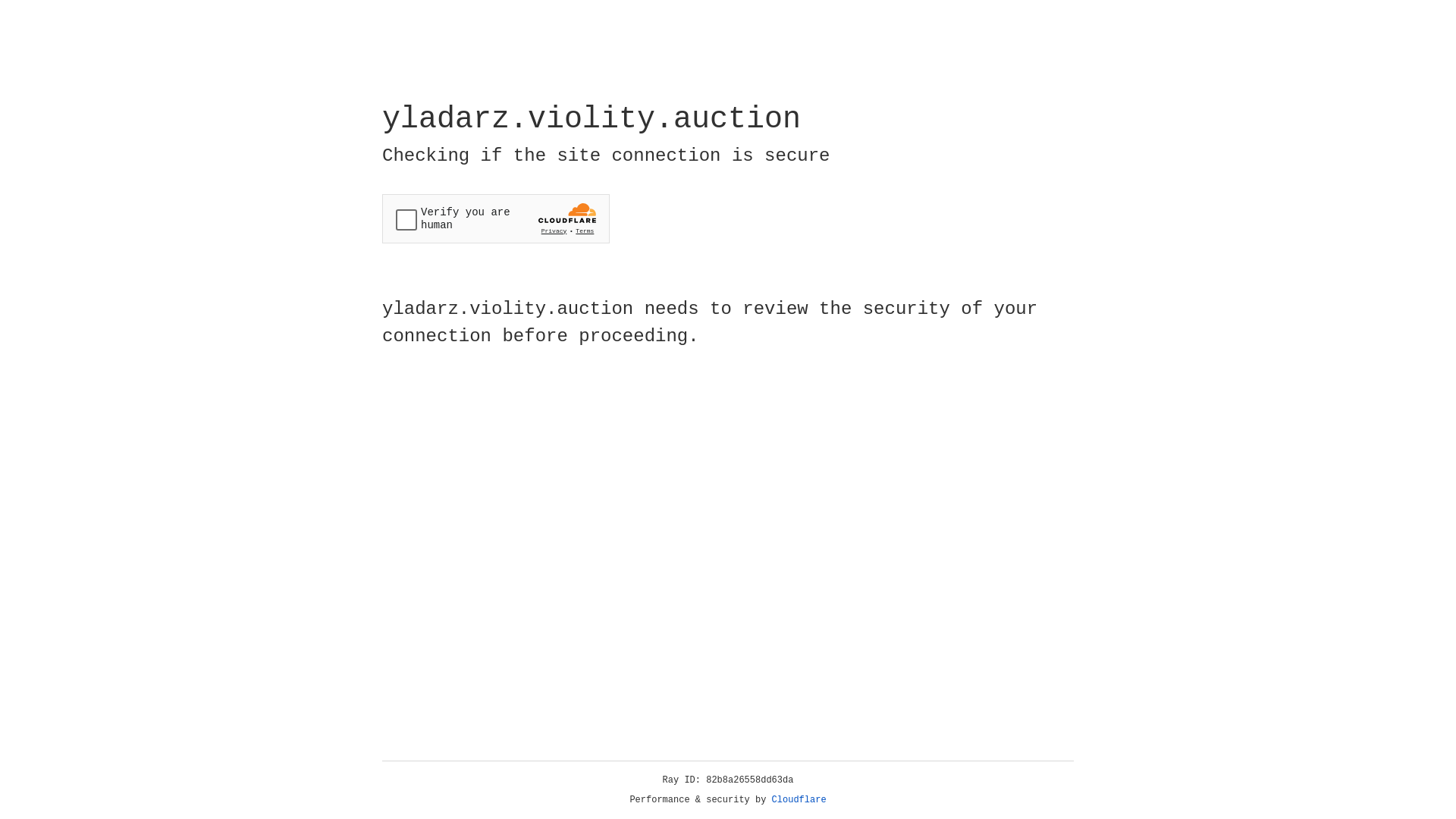 The image size is (1456, 819). Describe the element at coordinates (495, 218) in the screenshot. I see `'Widget containing a Cloudflare security challenge'` at that location.